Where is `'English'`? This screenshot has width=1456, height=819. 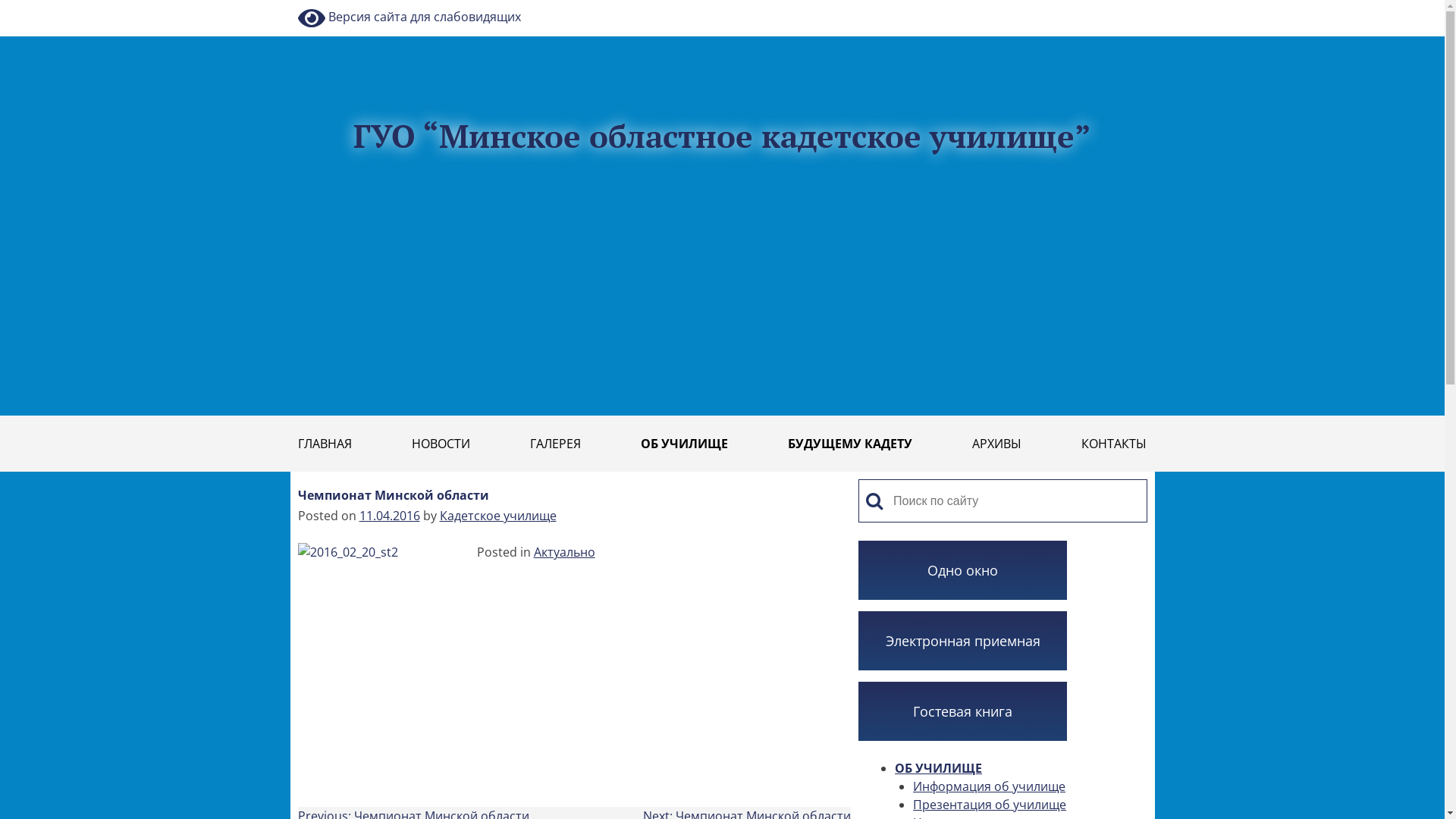 'English' is located at coordinates (1122, 8).